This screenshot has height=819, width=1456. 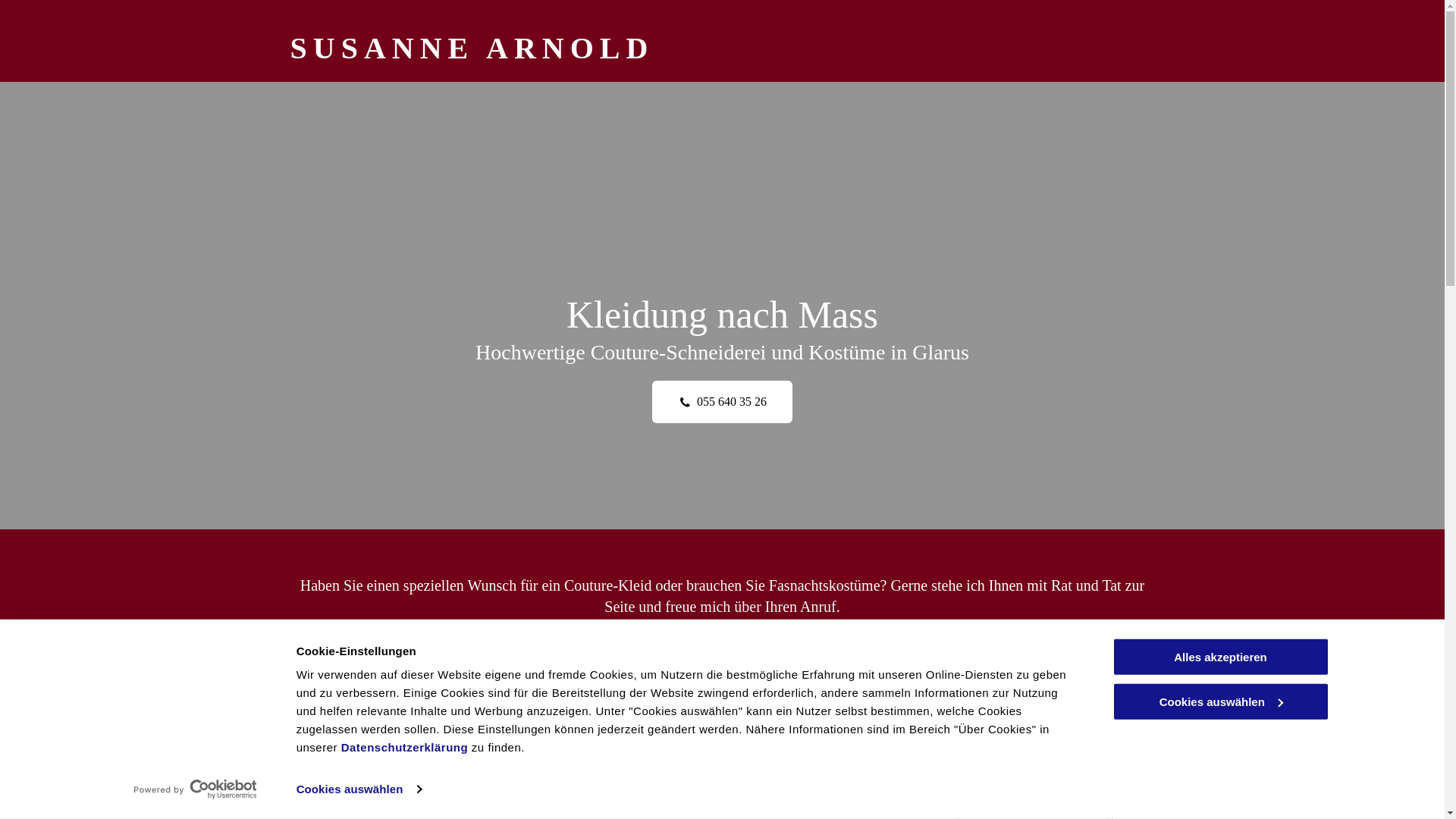 I want to click on 'Alles akzeptieren', so click(x=1219, y=656).